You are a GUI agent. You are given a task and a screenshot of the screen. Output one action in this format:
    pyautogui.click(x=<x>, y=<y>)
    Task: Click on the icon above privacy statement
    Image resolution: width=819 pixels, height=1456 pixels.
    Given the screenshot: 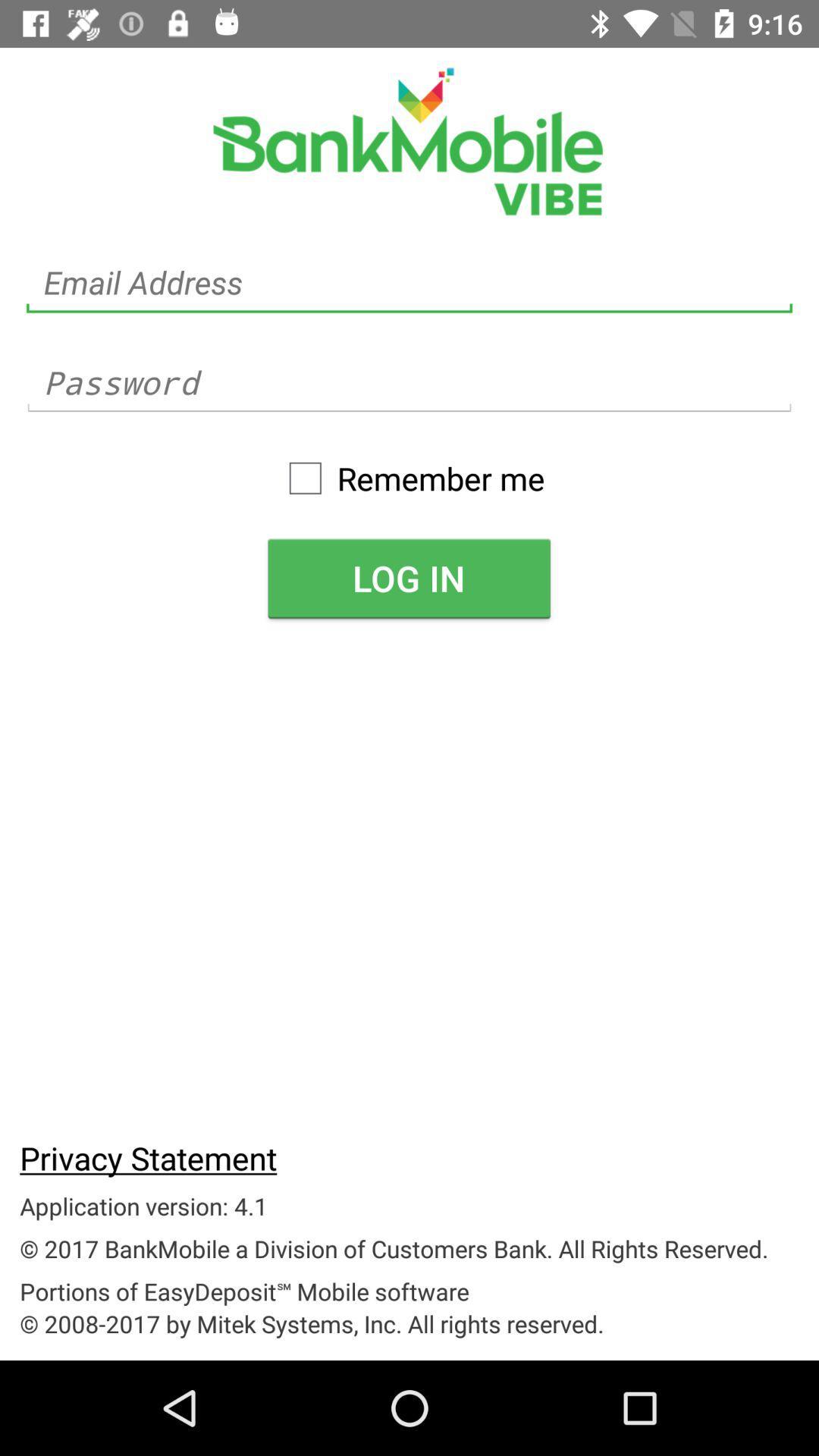 What is the action you would take?
    pyautogui.click(x=408, y=577)
    